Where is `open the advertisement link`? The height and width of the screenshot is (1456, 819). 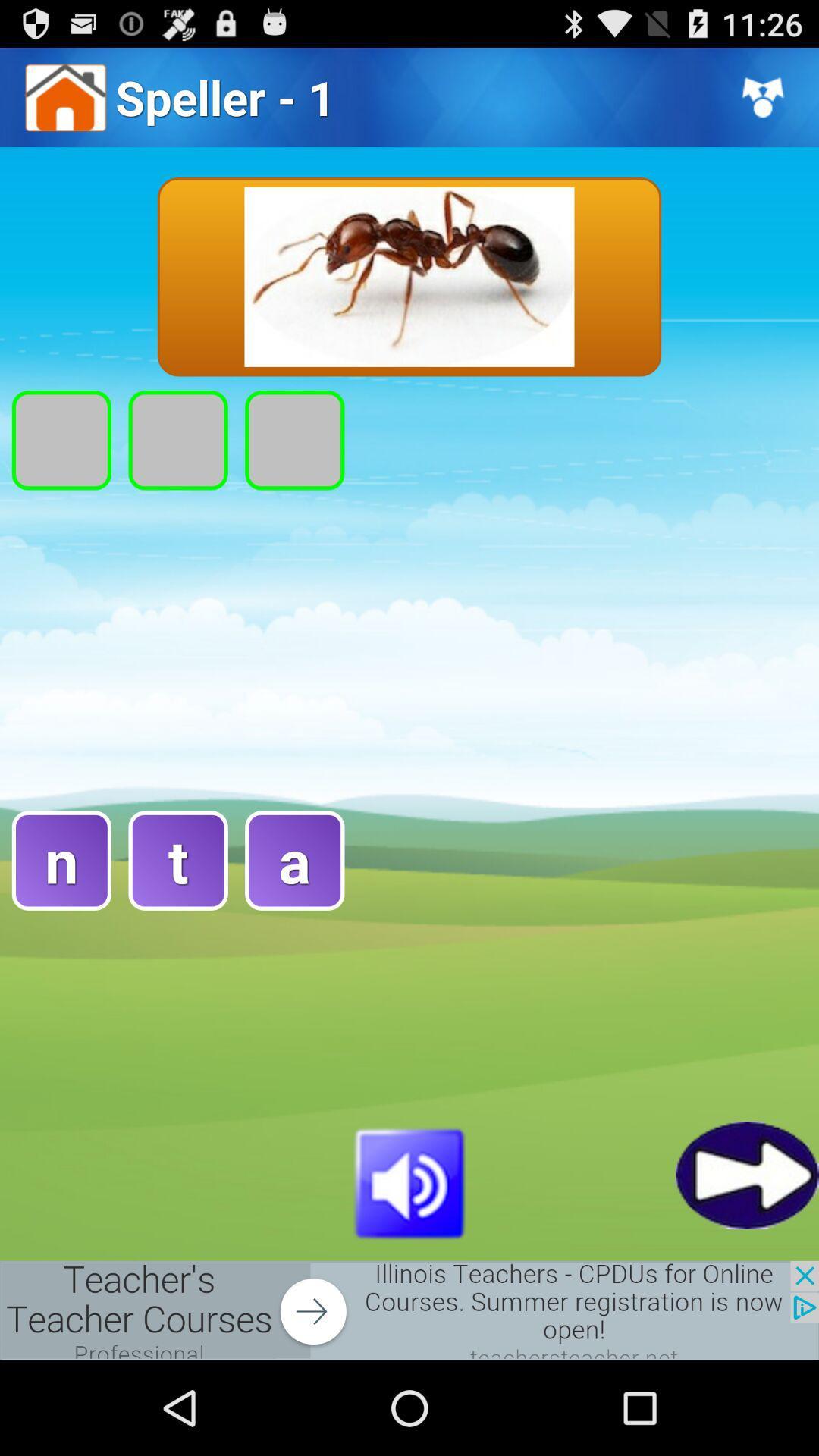
open the advertisement link is located at coordinates (409, 1310).